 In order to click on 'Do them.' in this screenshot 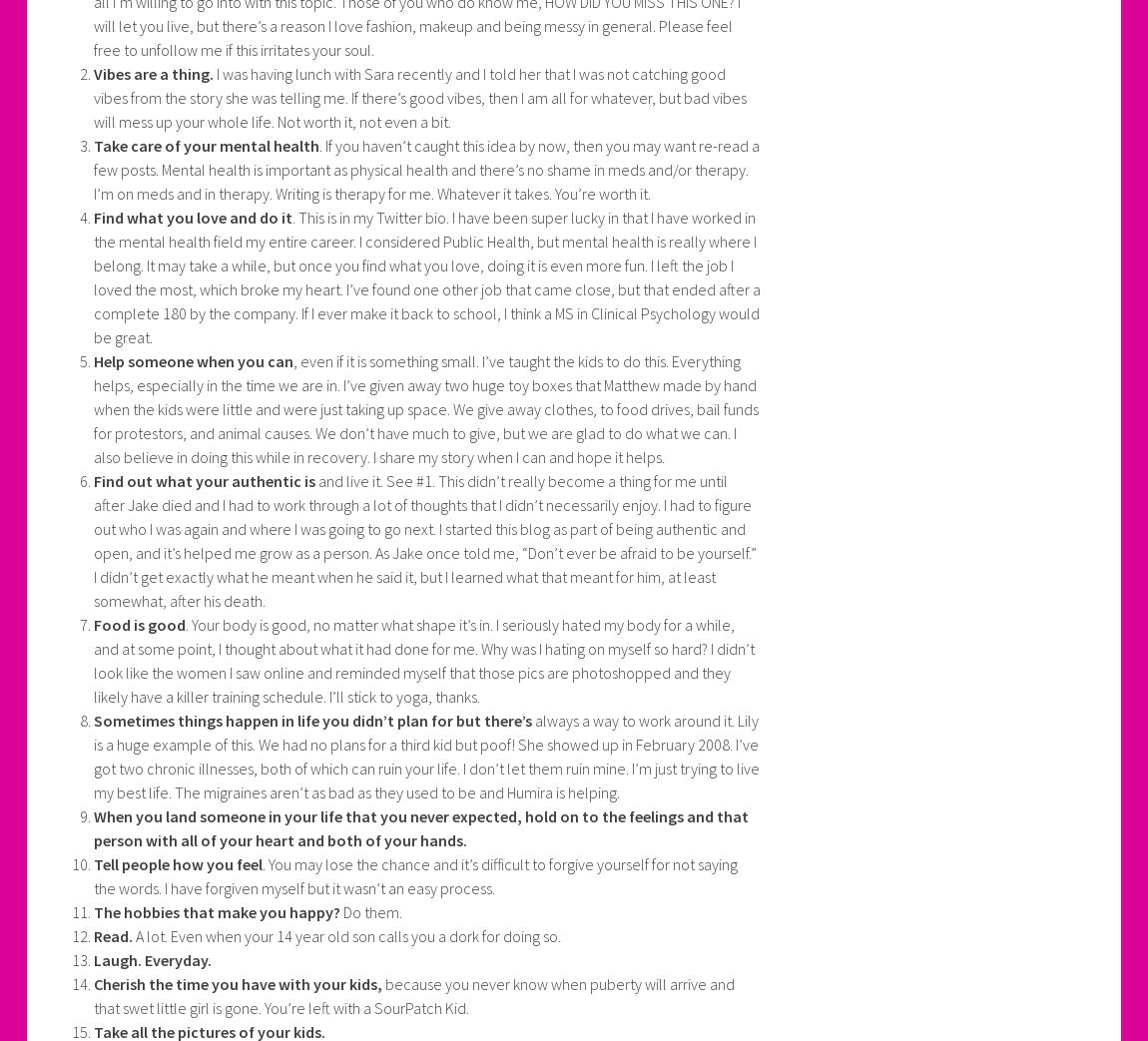, I will do `click(369, 910)`.